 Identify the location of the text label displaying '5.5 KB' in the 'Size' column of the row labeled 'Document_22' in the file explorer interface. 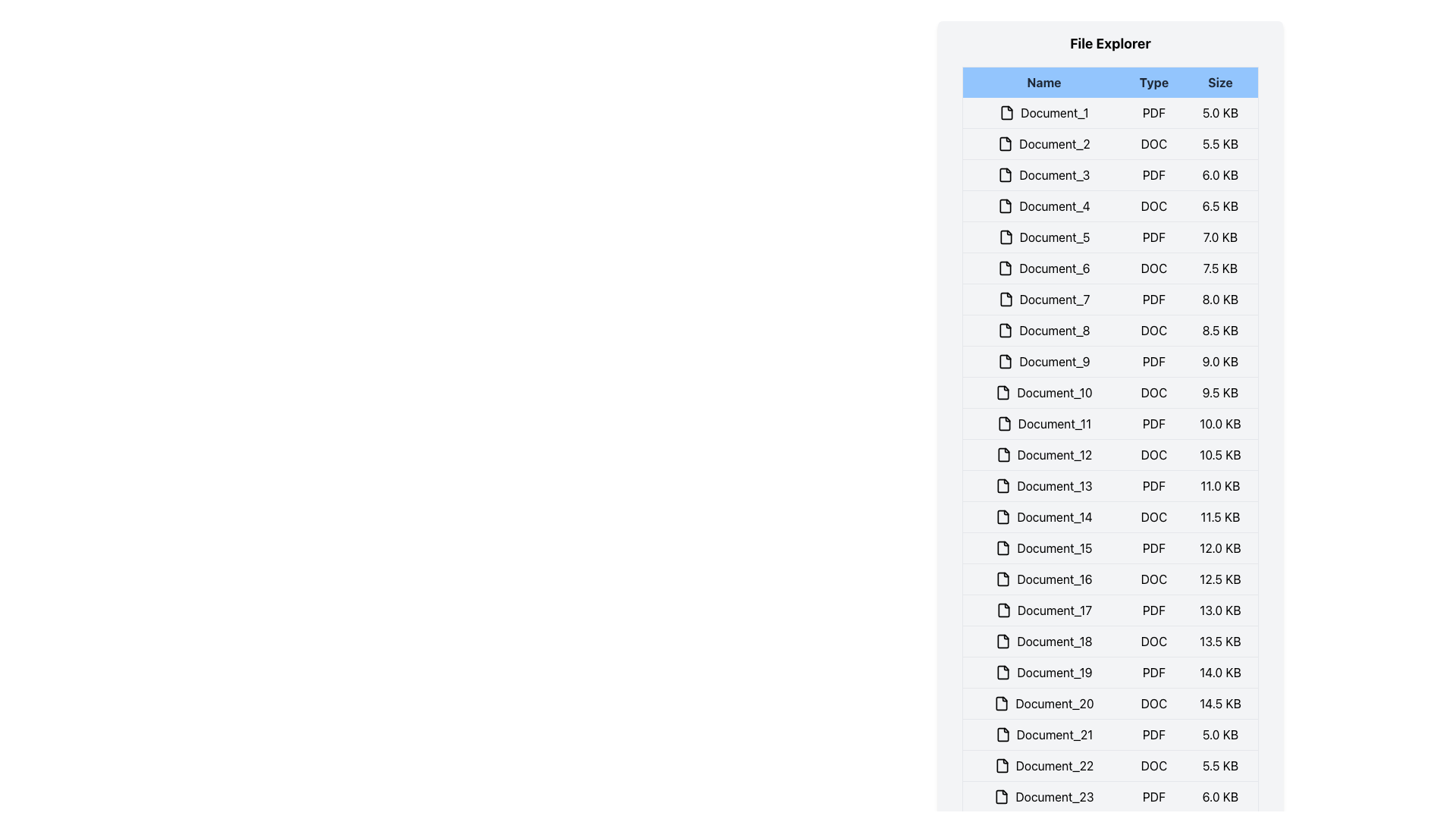
(1220, 766).